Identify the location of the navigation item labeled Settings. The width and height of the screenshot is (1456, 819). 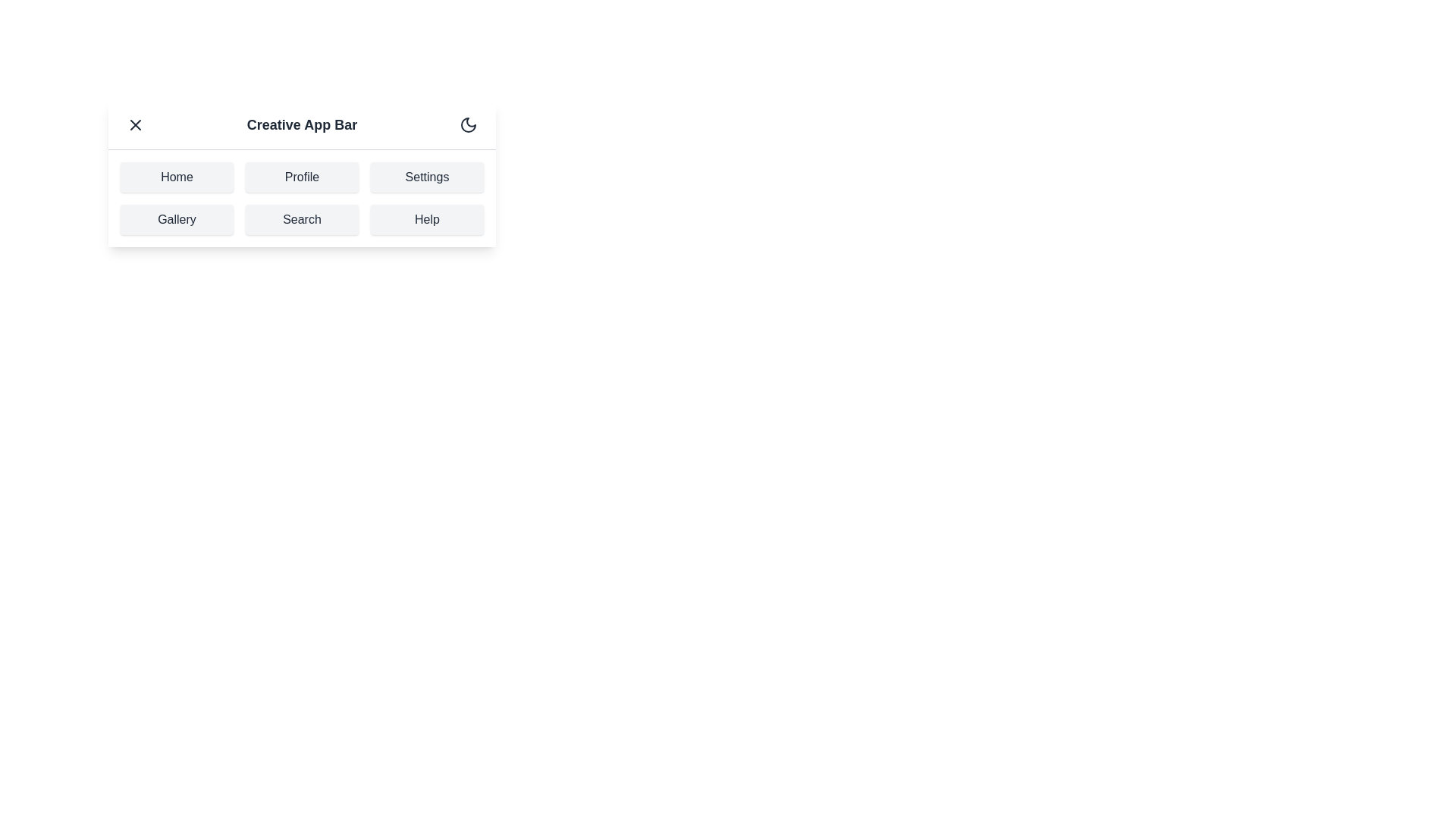
(426, 177).